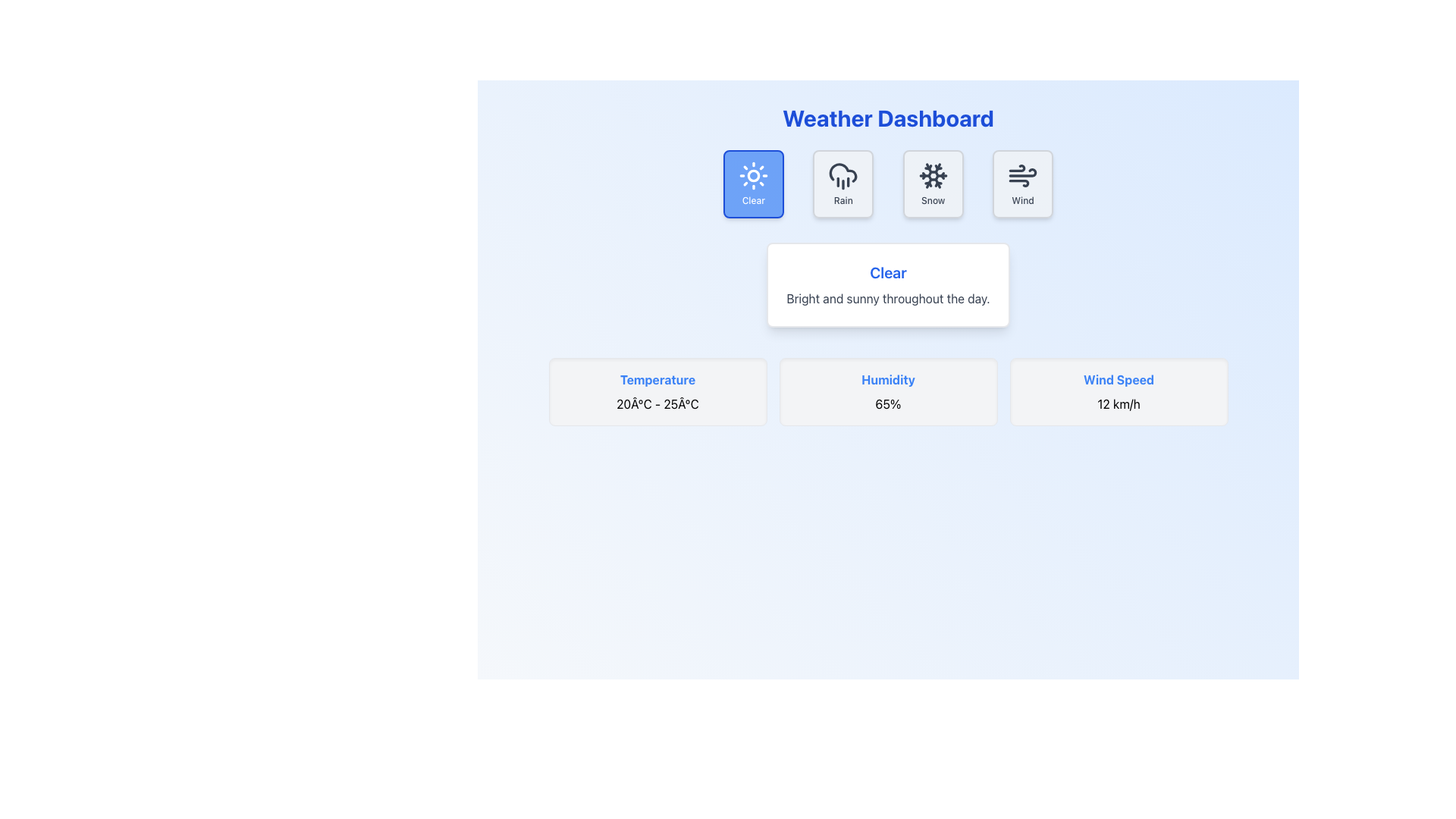 The width and height of the screenshot is (1456, 819). Describe the element at coordinates (888, 117) in the screenshot. I see `the main heading of the Weather Dashboard located at the top-center of the page interface` at that location.